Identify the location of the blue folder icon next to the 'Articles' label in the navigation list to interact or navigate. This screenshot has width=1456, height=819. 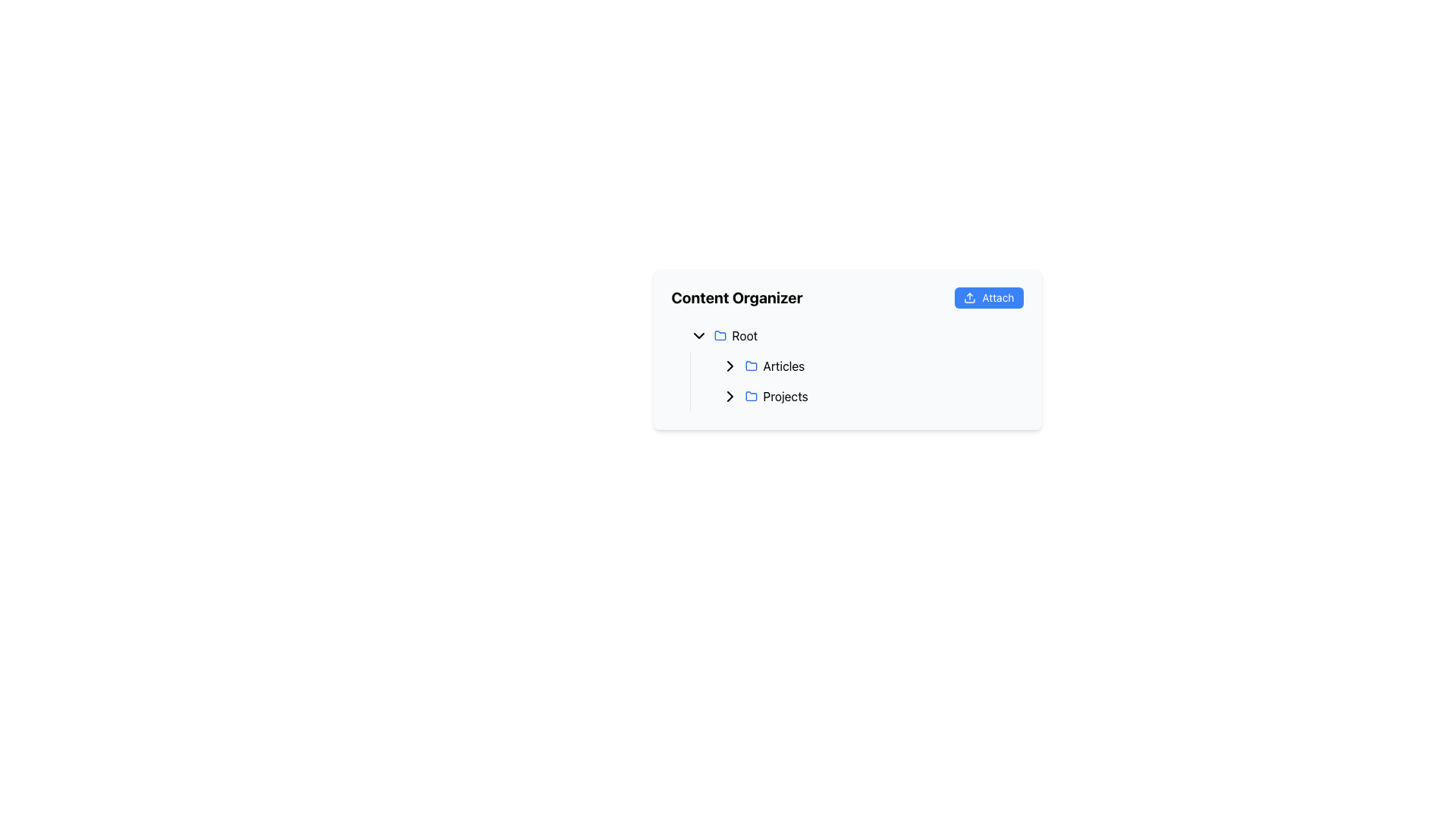
(751, 366).